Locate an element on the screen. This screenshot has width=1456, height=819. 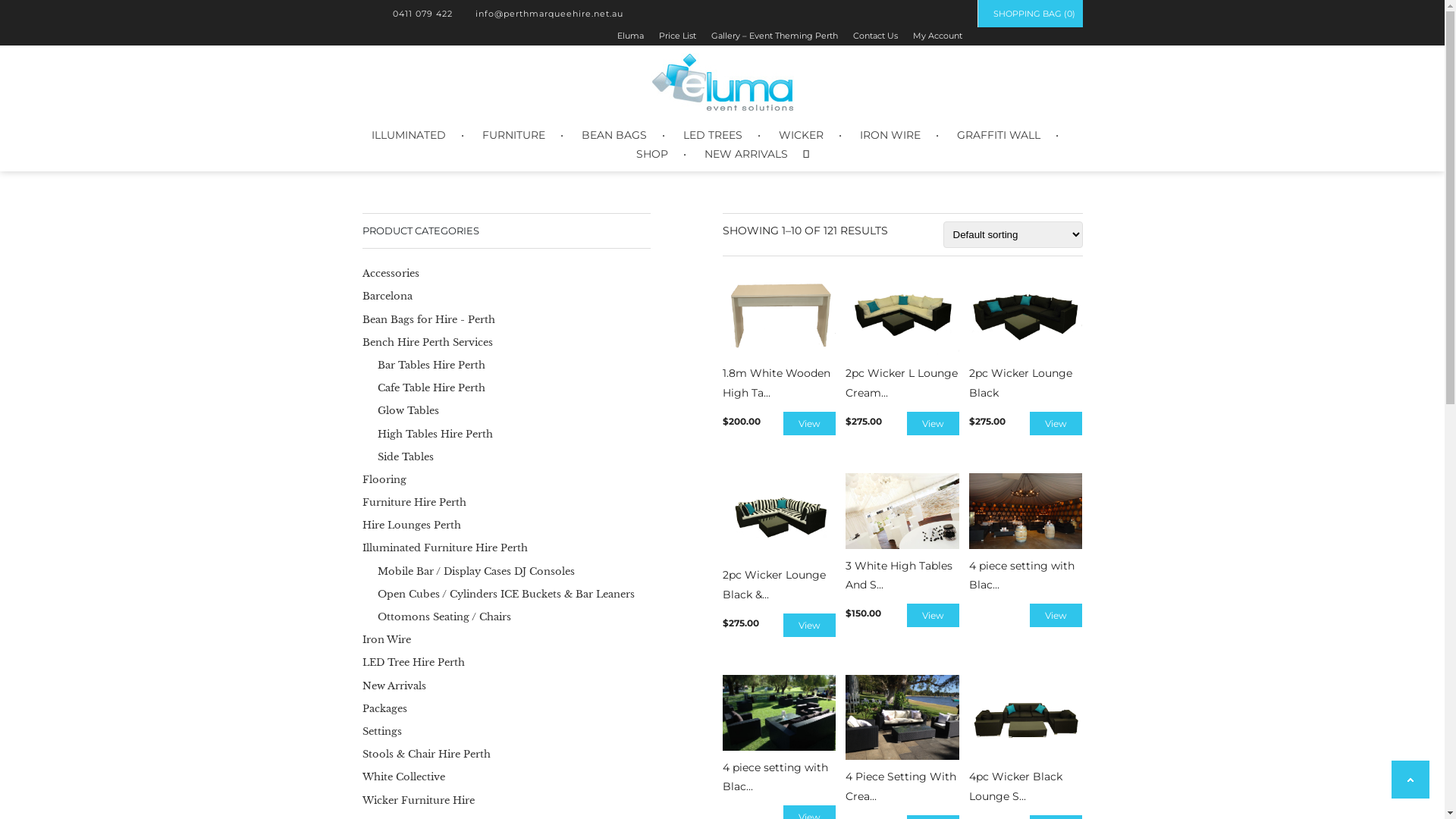
'SHOPPING BAG (0)' is located at coordinates (1029, 14).